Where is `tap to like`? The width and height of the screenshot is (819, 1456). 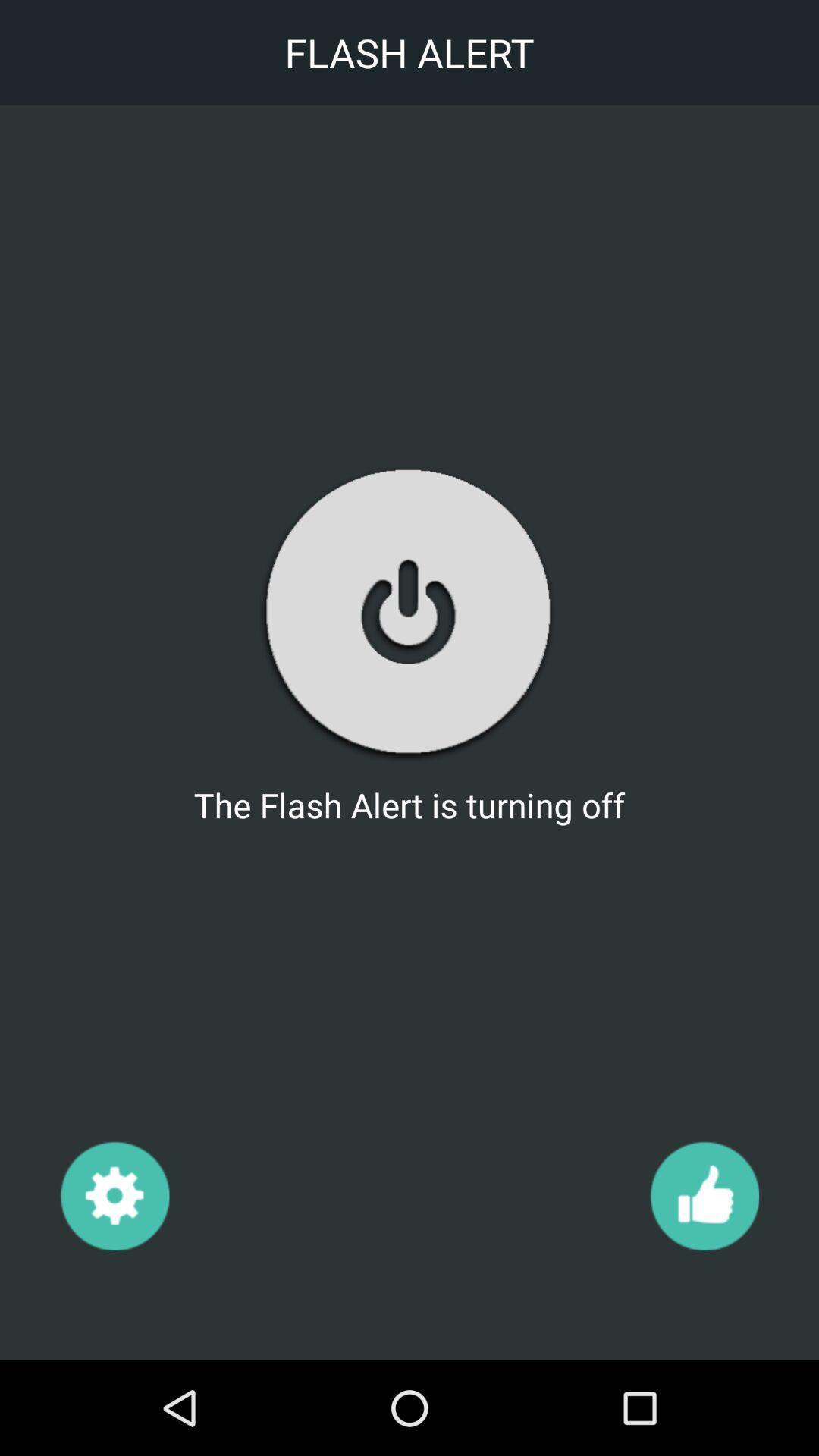
tap to like is located at coordinates (704, 1194).